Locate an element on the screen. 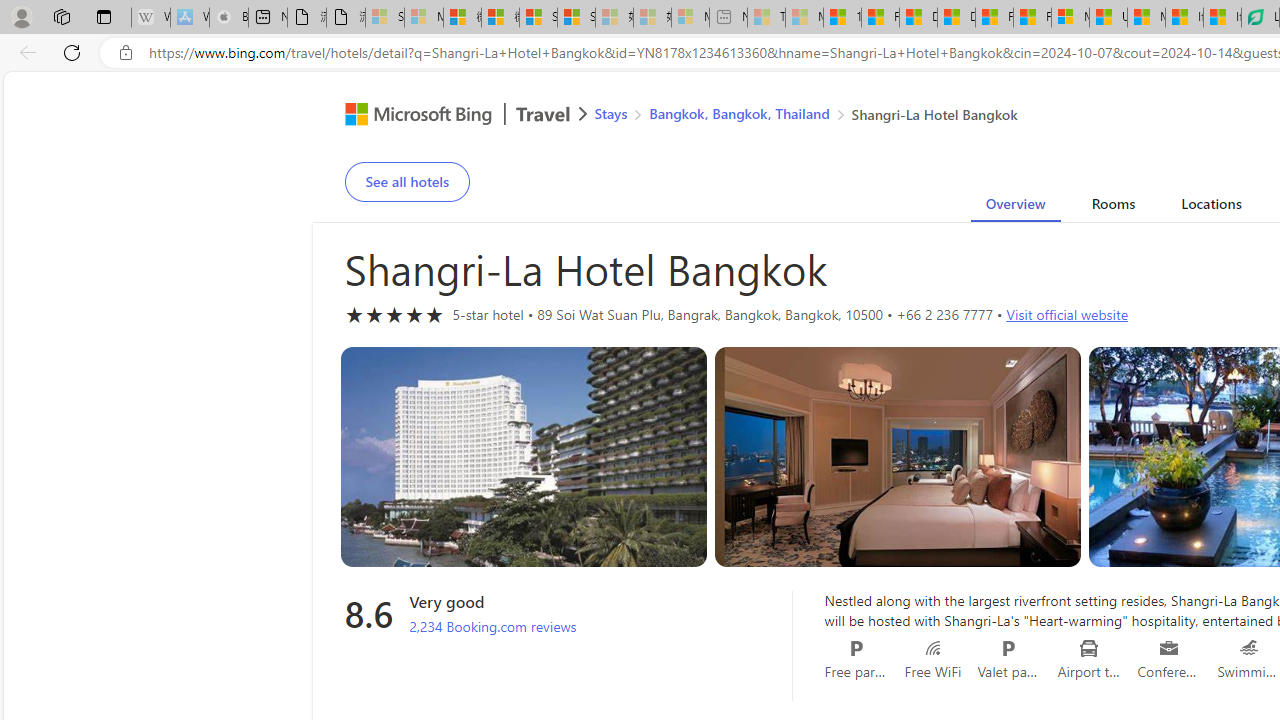 Image resolution: width=1280 pixels, height=720 pixels. 'Sign in to your Microsoft account - Sleeping' is located at coordinates (385, 17).